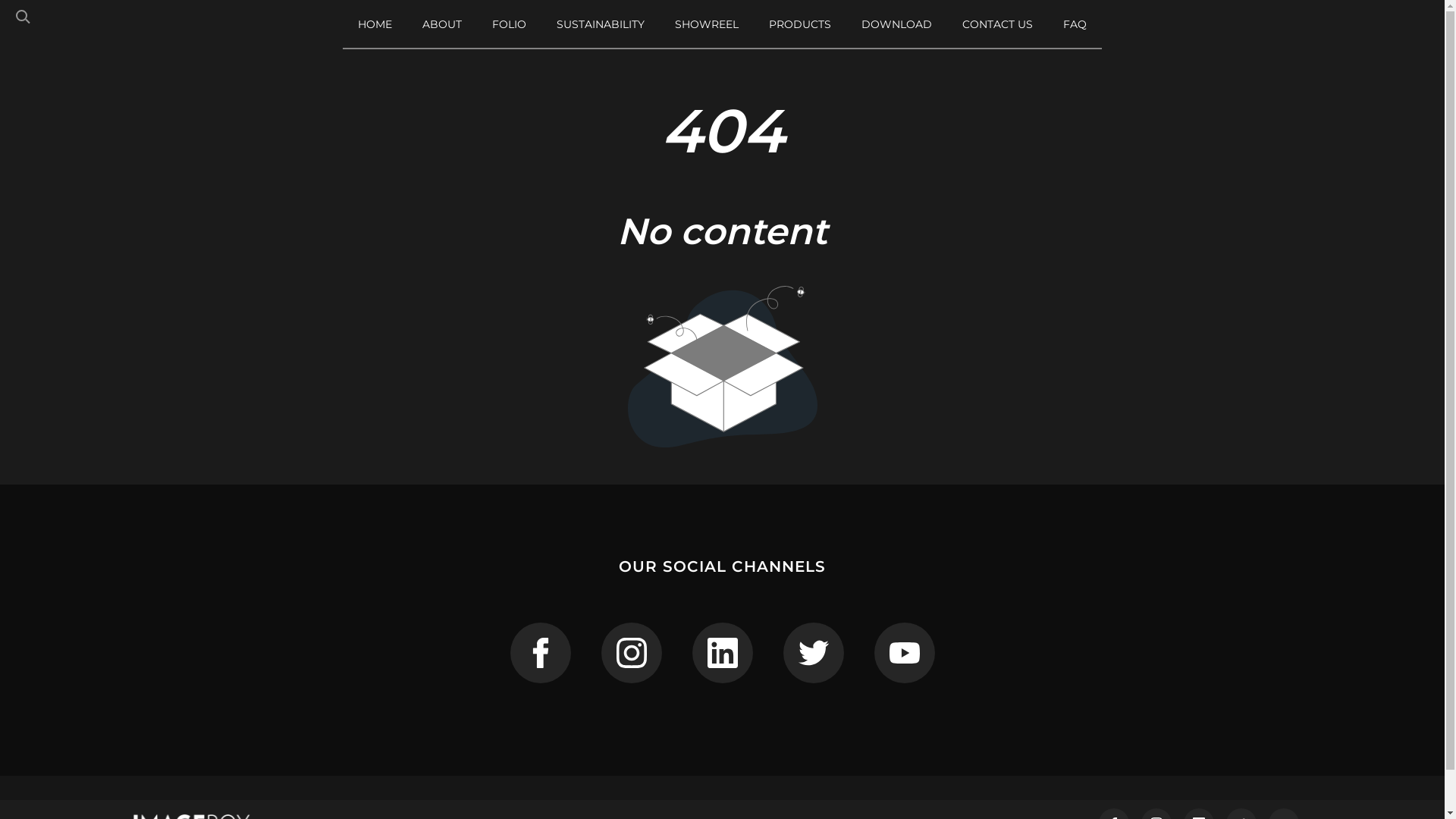 The height and width of the screenshot is (819, 1456). What do you see at coordinates (1074, 24) in the screenshot?
I see `'FAQ'` at bounding box center [1074, 24].